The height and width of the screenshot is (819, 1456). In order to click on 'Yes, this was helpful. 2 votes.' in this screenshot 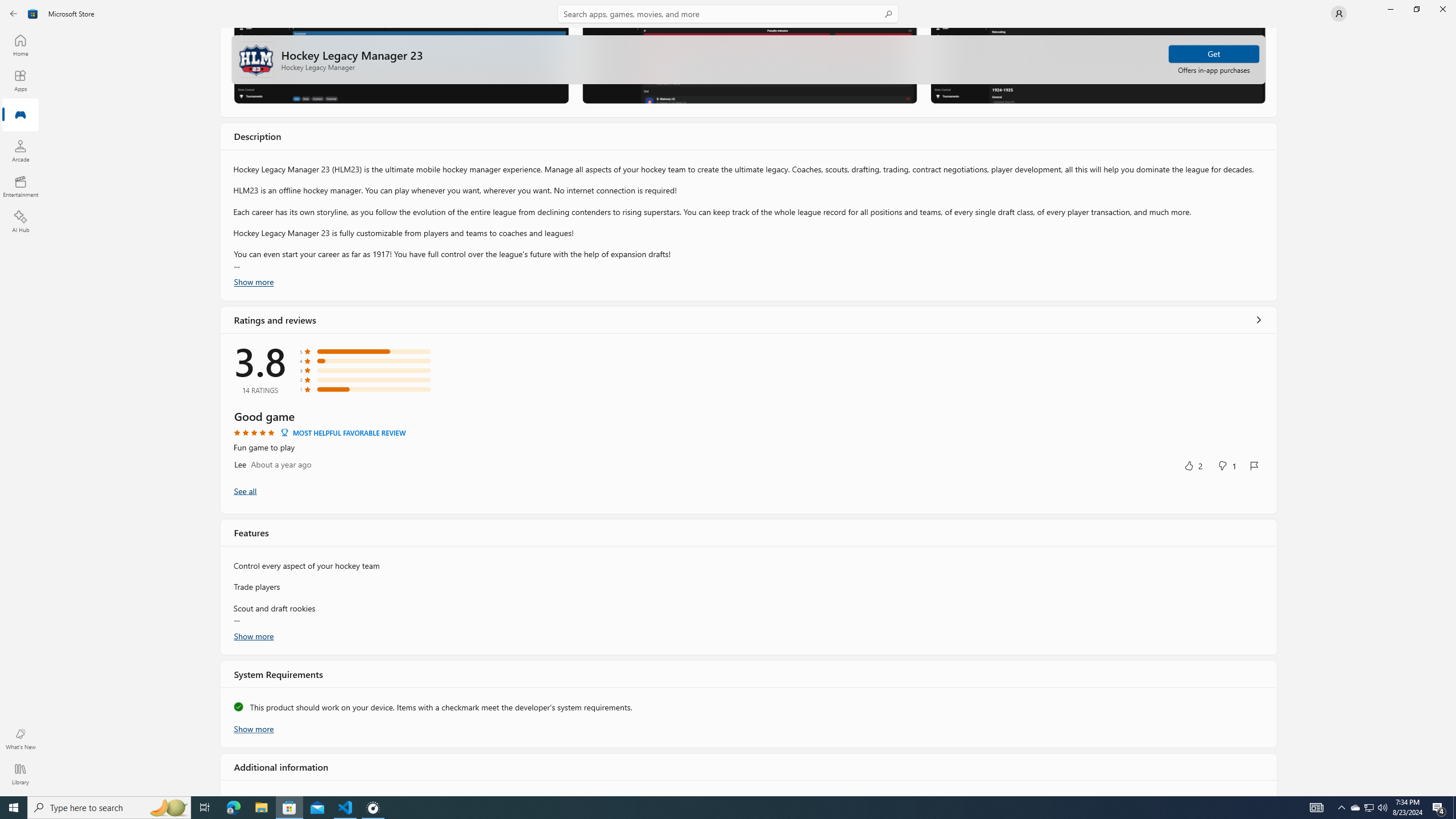, I will do `click(1192, 465)`.